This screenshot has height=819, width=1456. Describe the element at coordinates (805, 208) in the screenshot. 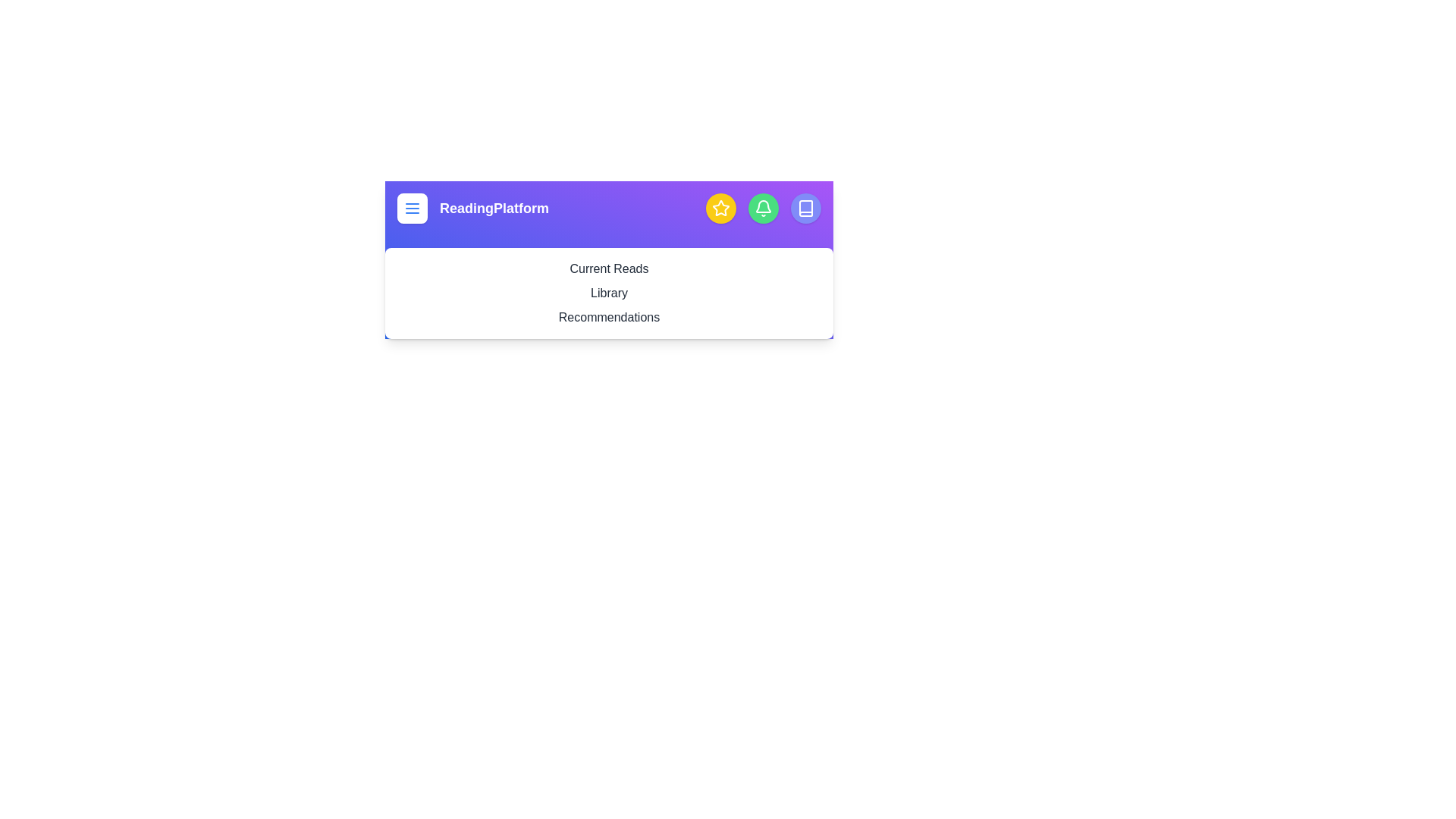

I see `the book button to access reading materials` at that location.